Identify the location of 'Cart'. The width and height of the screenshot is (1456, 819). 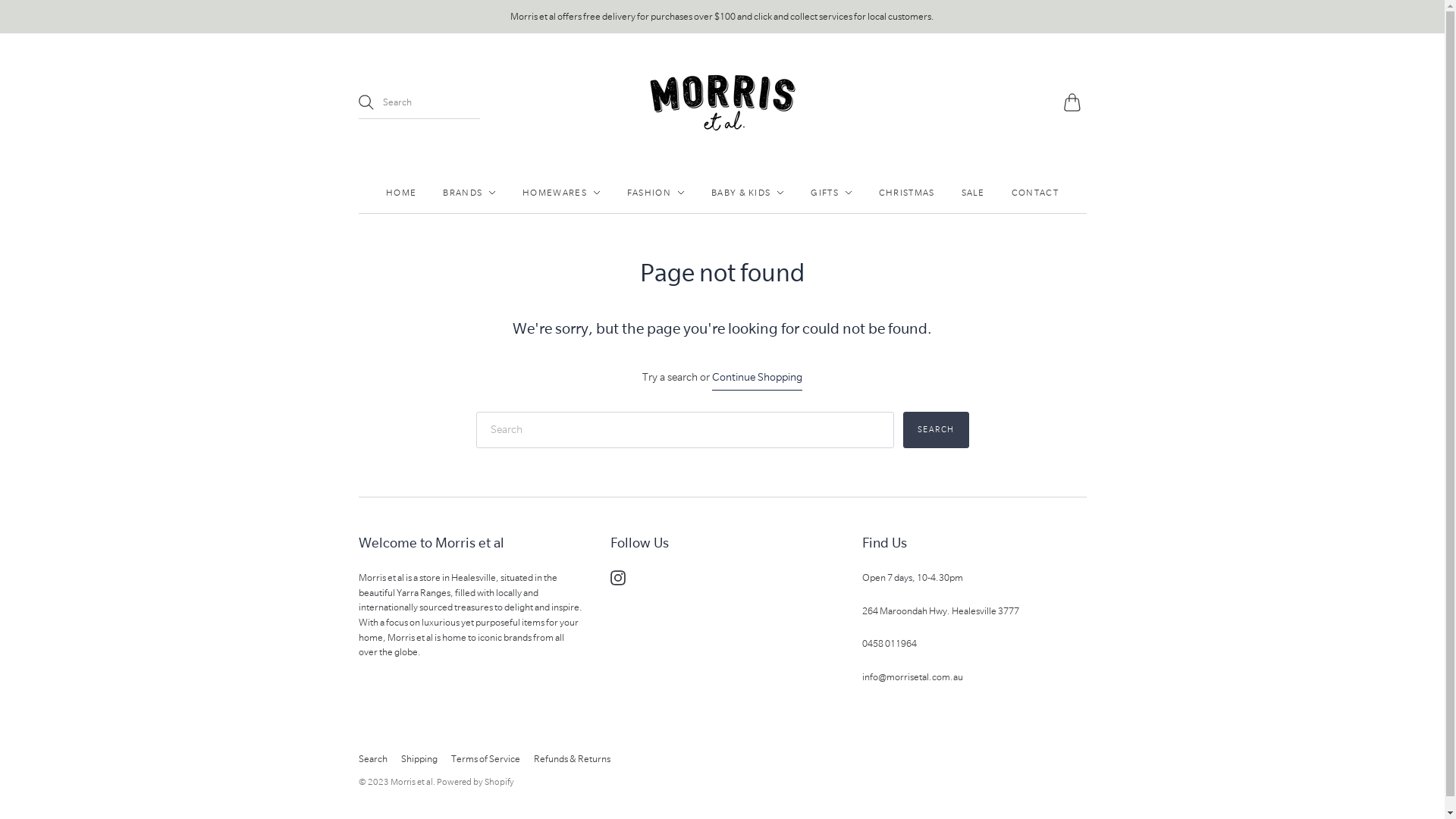
(1073, 102).